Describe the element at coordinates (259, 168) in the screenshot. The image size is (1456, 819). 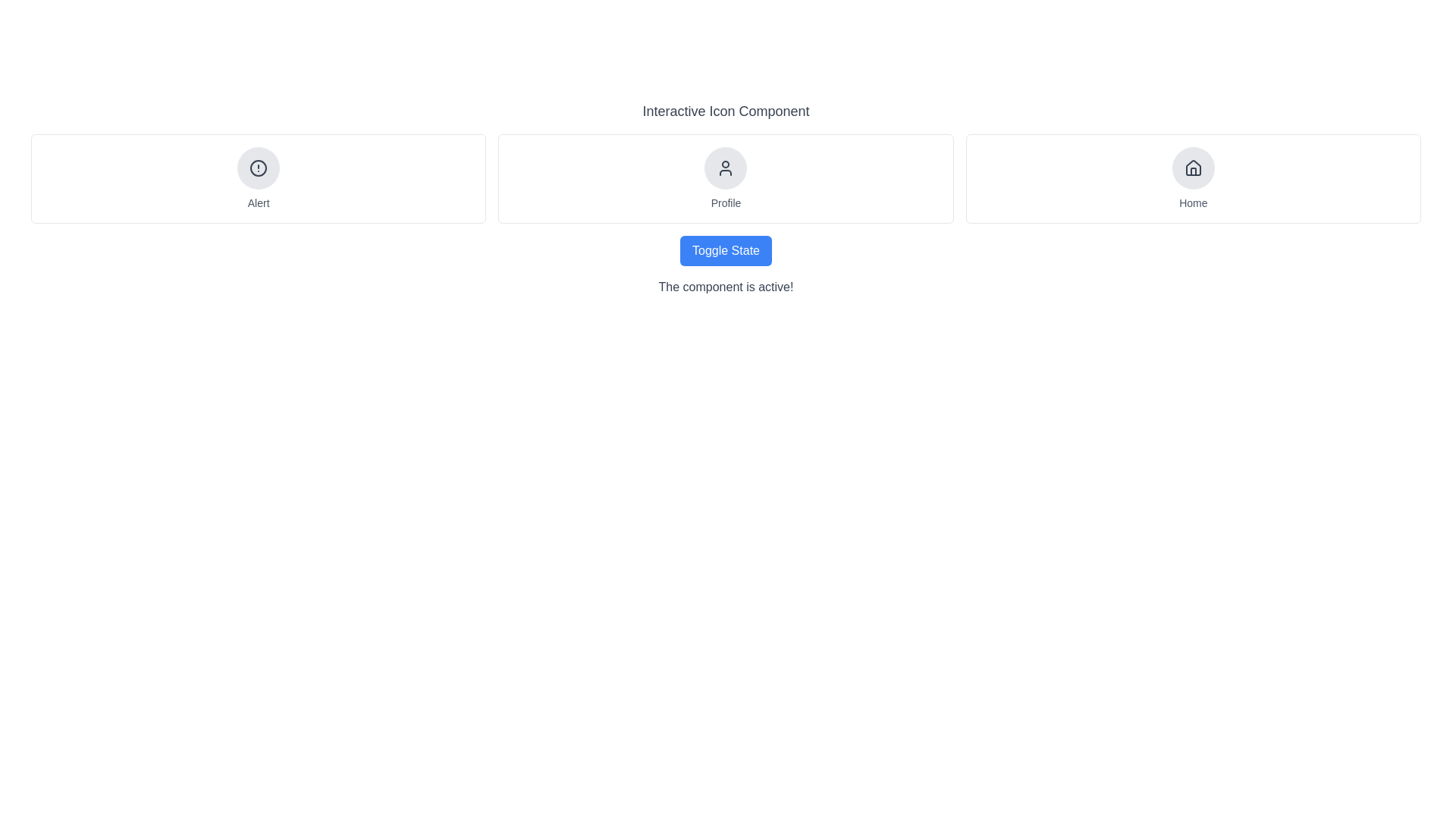
I see `the 'Alert' button containing the alert icon, which is styled in a circular design with a gray outline and an alert symbol` at that location.